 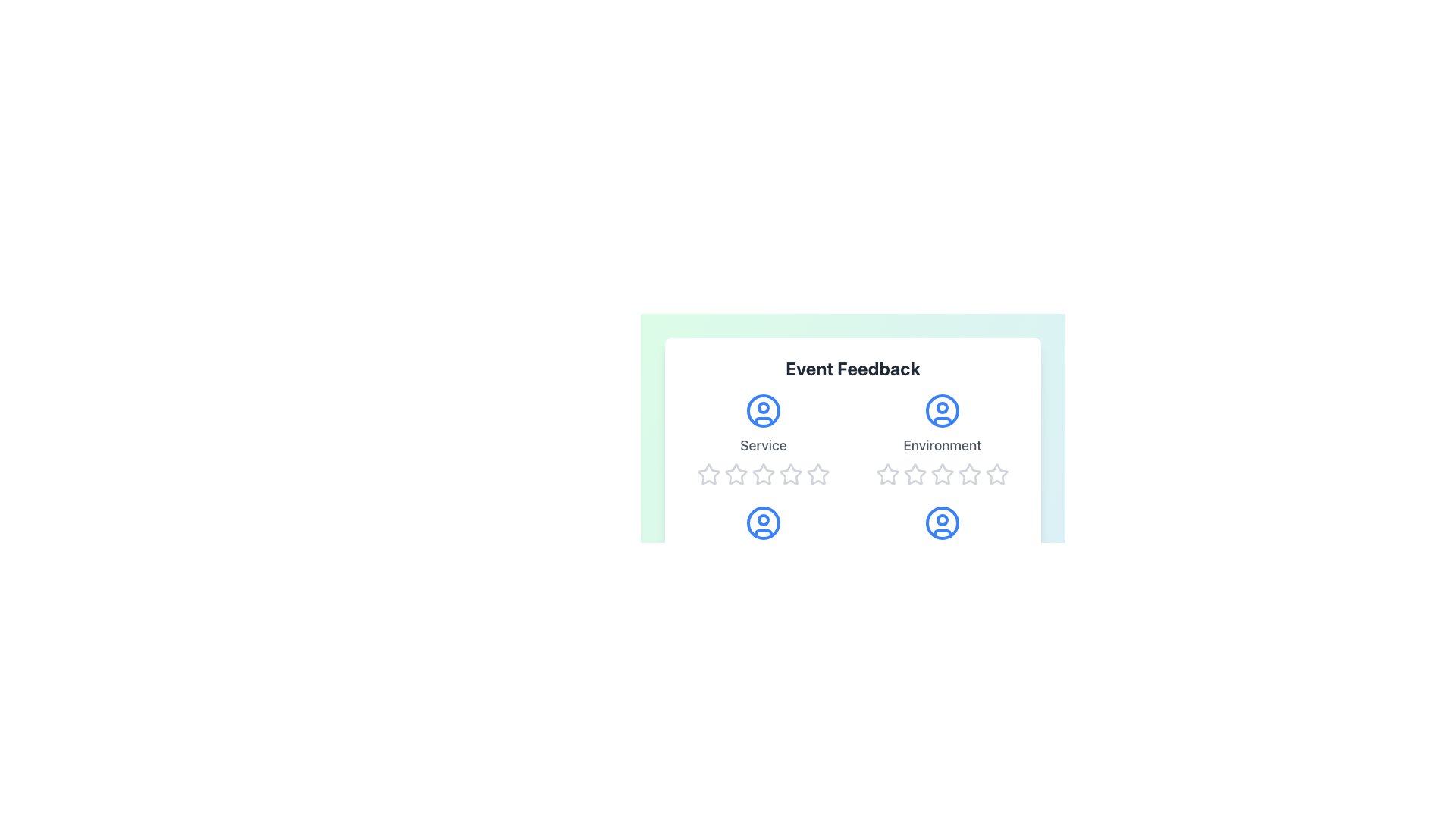 I want to click on the fifth star icon for rating in the feedback section under 'Environment', so click(x=997, y=473).